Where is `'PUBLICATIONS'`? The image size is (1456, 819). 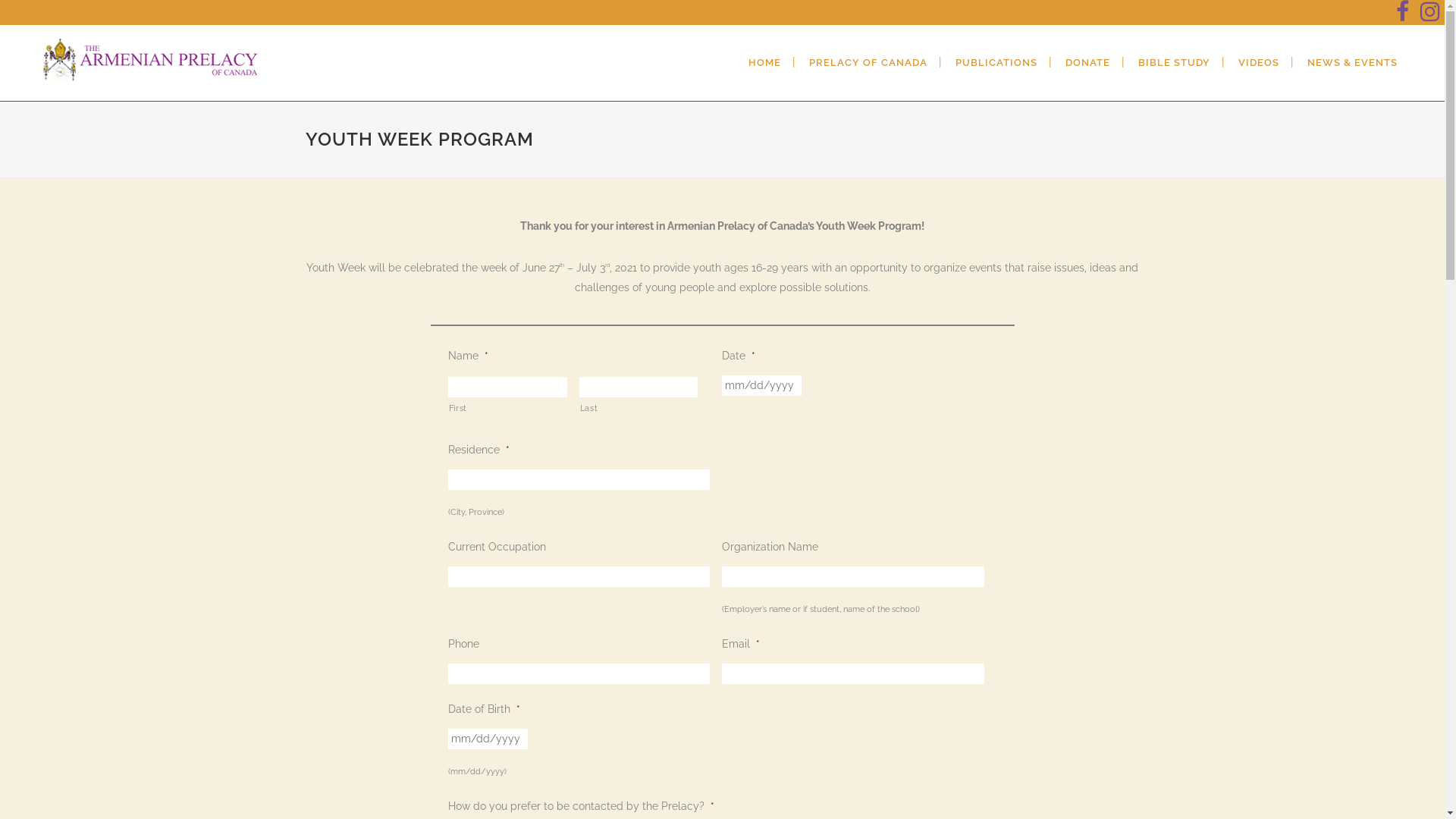
'PUBLICATIONS' is located at coordinates (996, 62).